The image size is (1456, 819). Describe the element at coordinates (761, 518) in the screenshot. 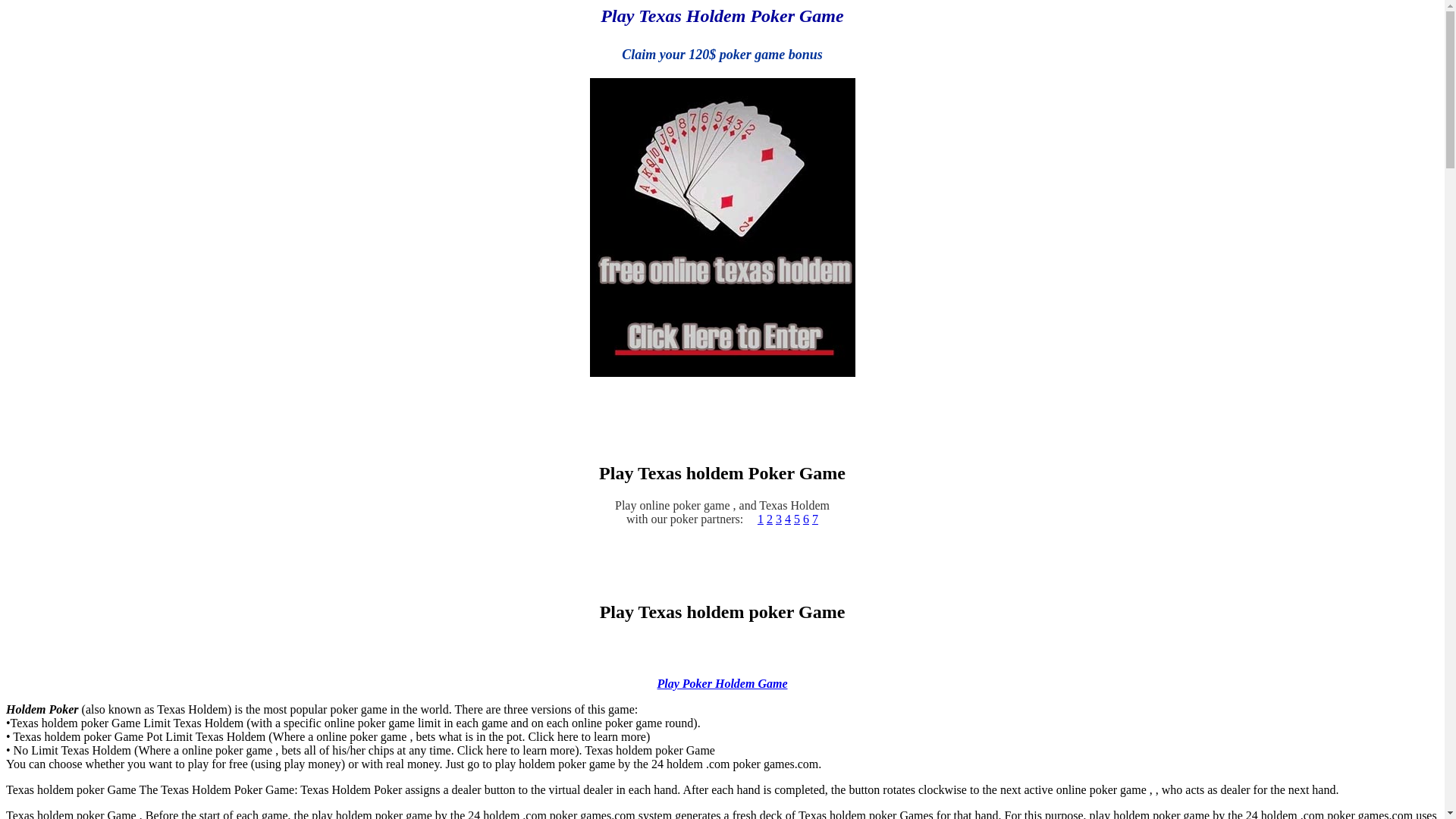

I see `'1'` at that location.